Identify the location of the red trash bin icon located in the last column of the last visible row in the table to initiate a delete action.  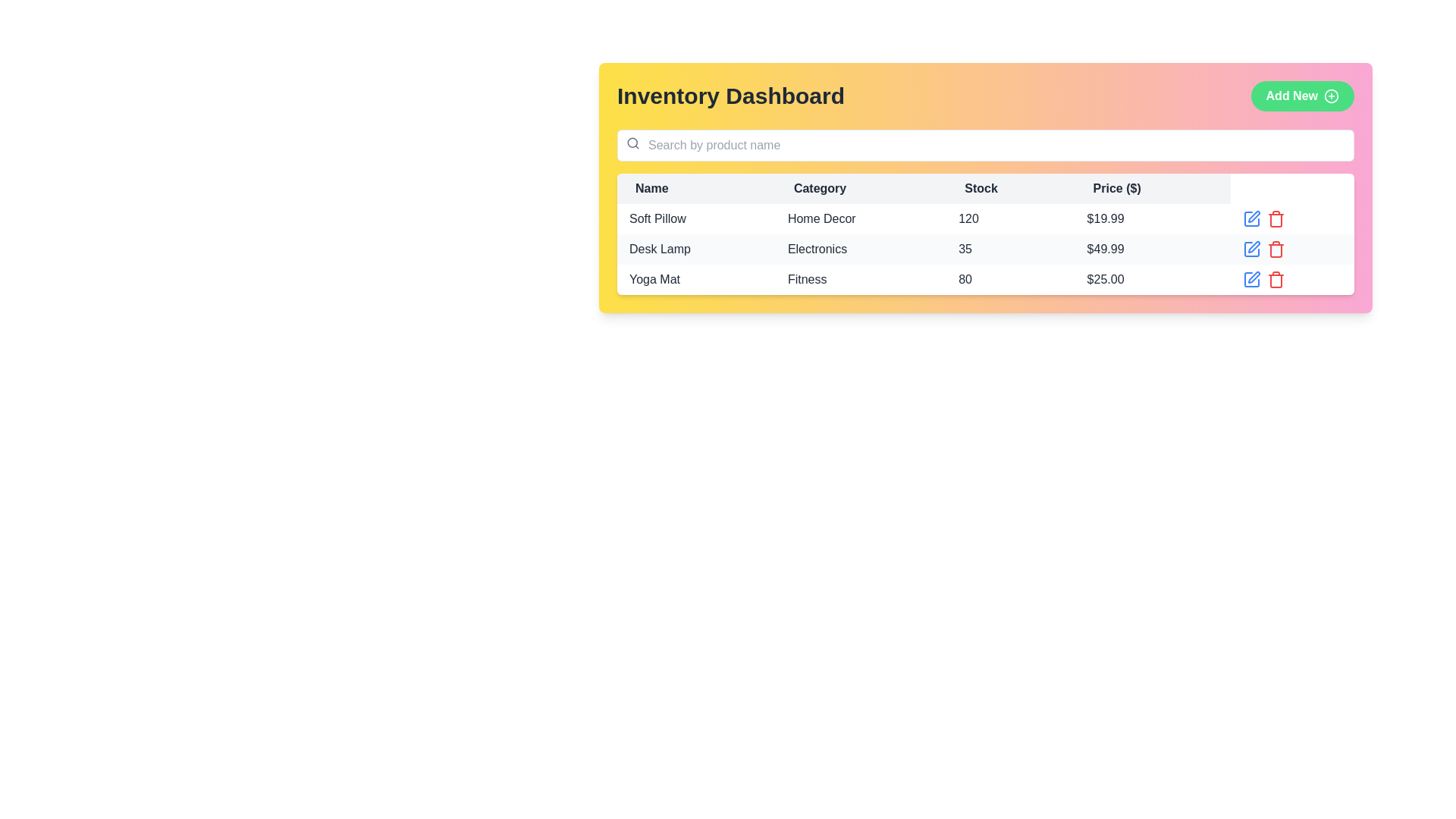
(1276, 219).